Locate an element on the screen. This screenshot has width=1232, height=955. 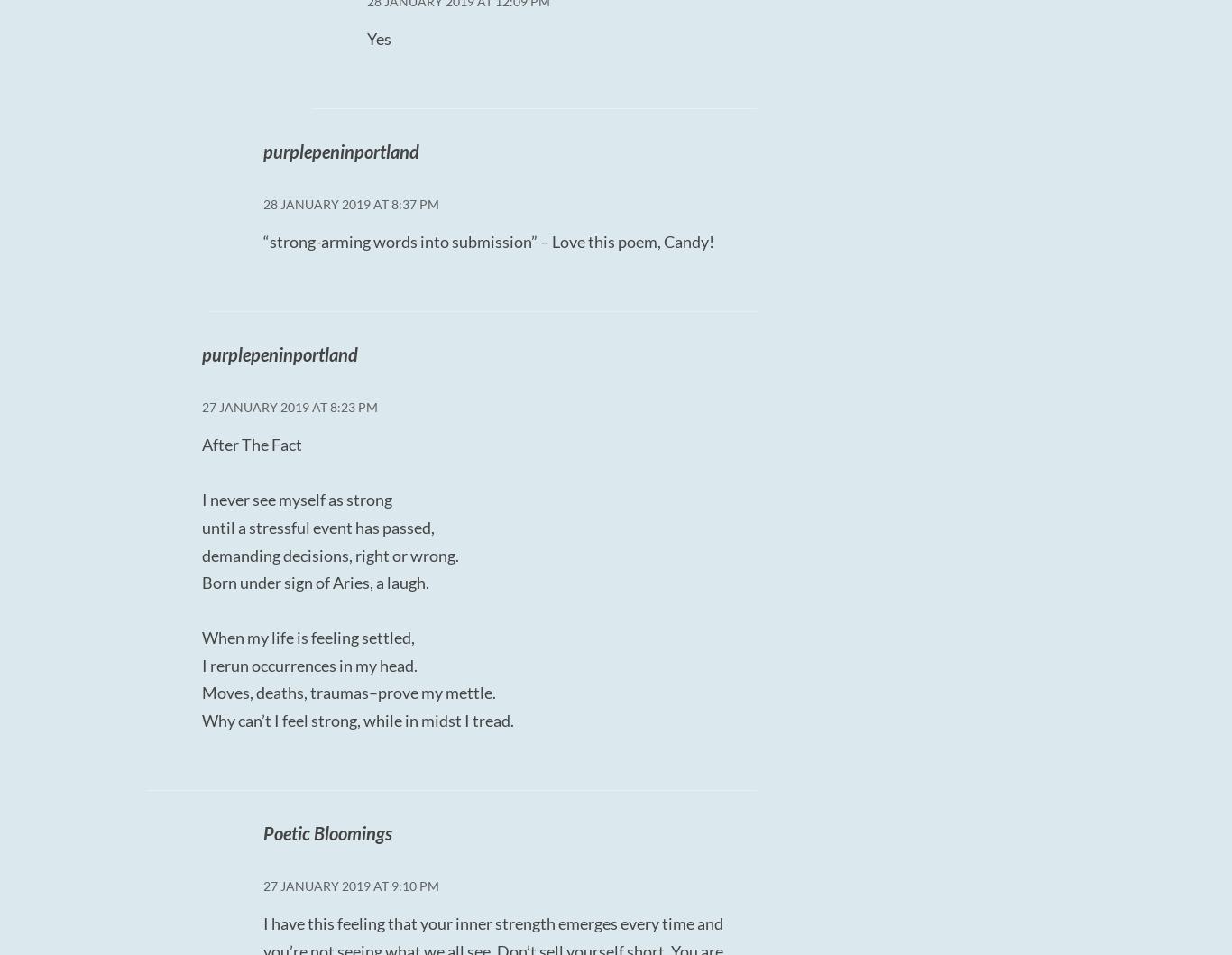
'“strong-arming words into submission”  – Love this poem, Candy!' is located at coordinates (487, 240).